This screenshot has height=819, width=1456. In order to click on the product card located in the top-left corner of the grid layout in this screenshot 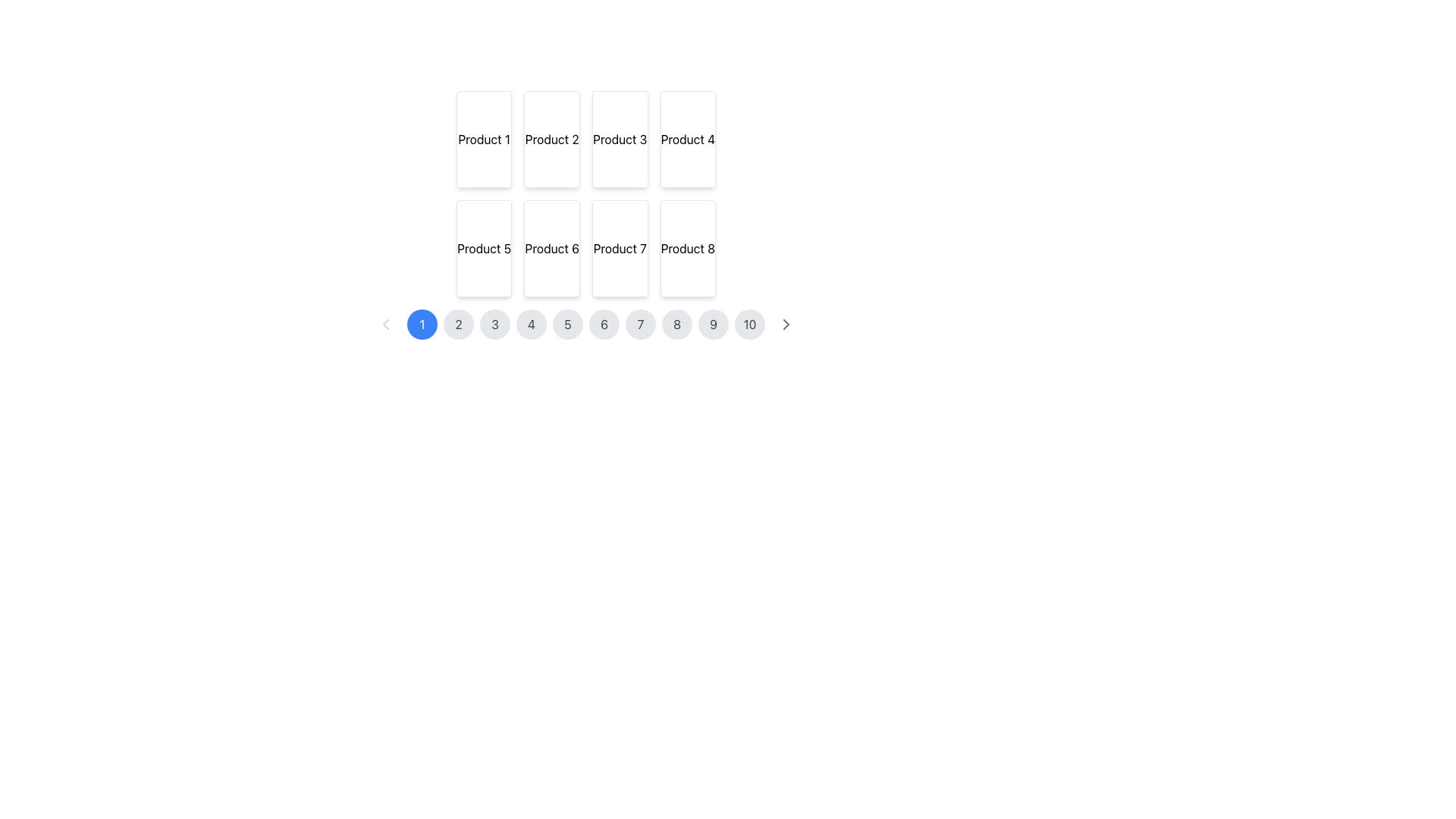, I will do `click(483, 140)`.